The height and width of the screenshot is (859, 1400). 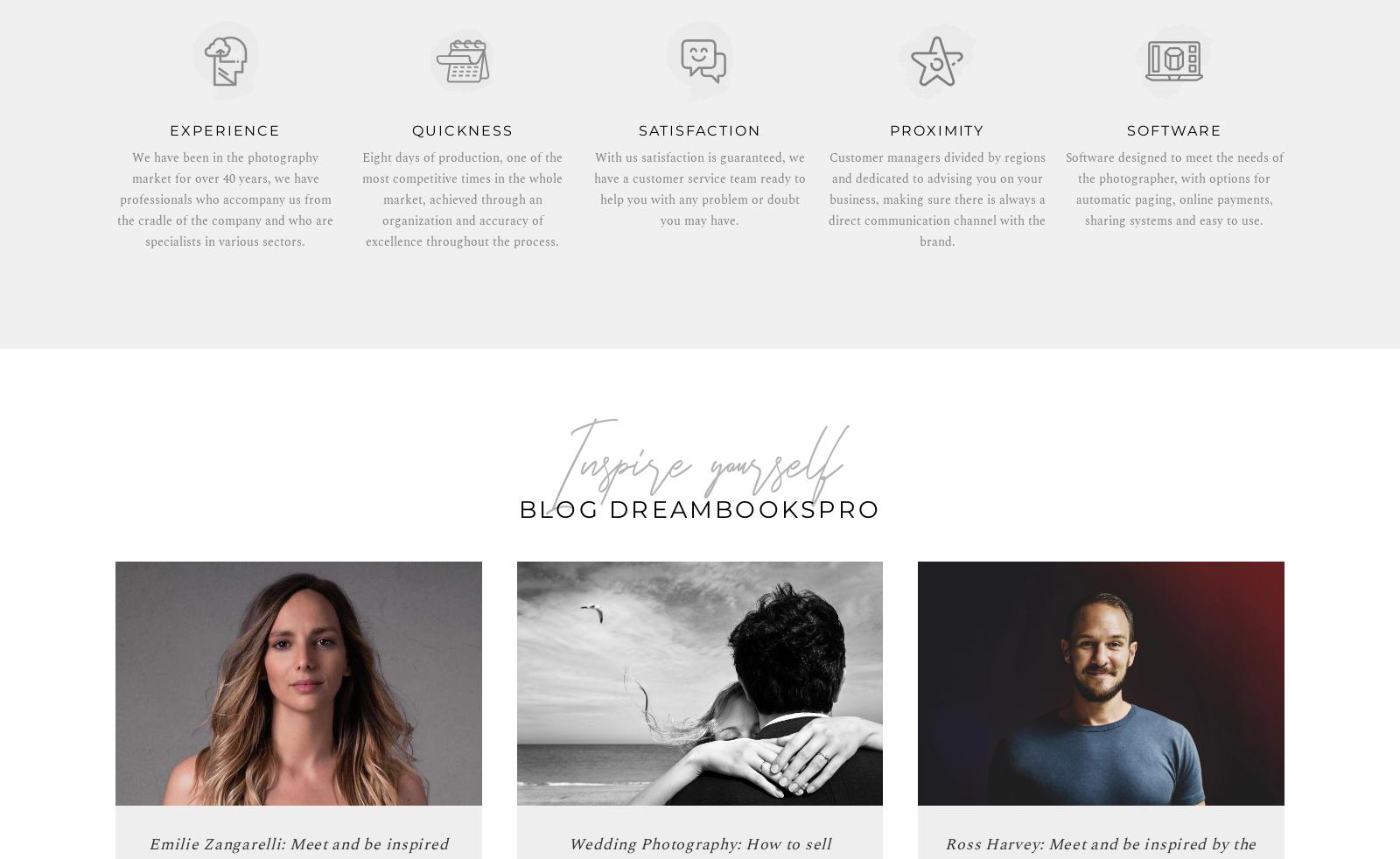 What do you see at coordinates (461, 199) in the screenshot?
I see `'Eight days of production, one of the most competitive times in the whole market, achieved through an organization and accuracy of excellence throughout the process.'` at bounding box center [461, 199].